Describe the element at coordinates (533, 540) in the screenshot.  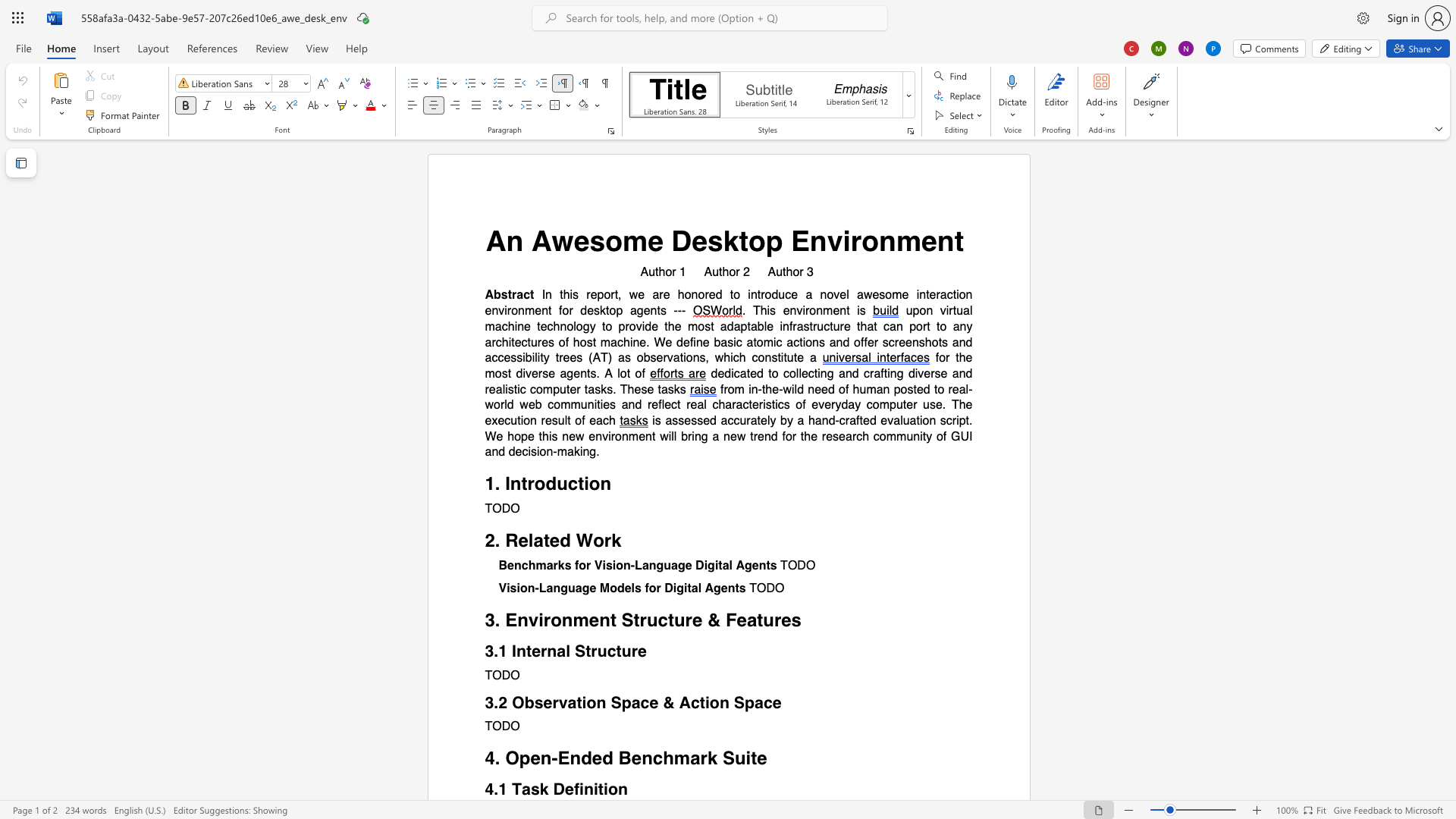
I see `the subset text "ate" within the text "2. Related Work"` at that location.